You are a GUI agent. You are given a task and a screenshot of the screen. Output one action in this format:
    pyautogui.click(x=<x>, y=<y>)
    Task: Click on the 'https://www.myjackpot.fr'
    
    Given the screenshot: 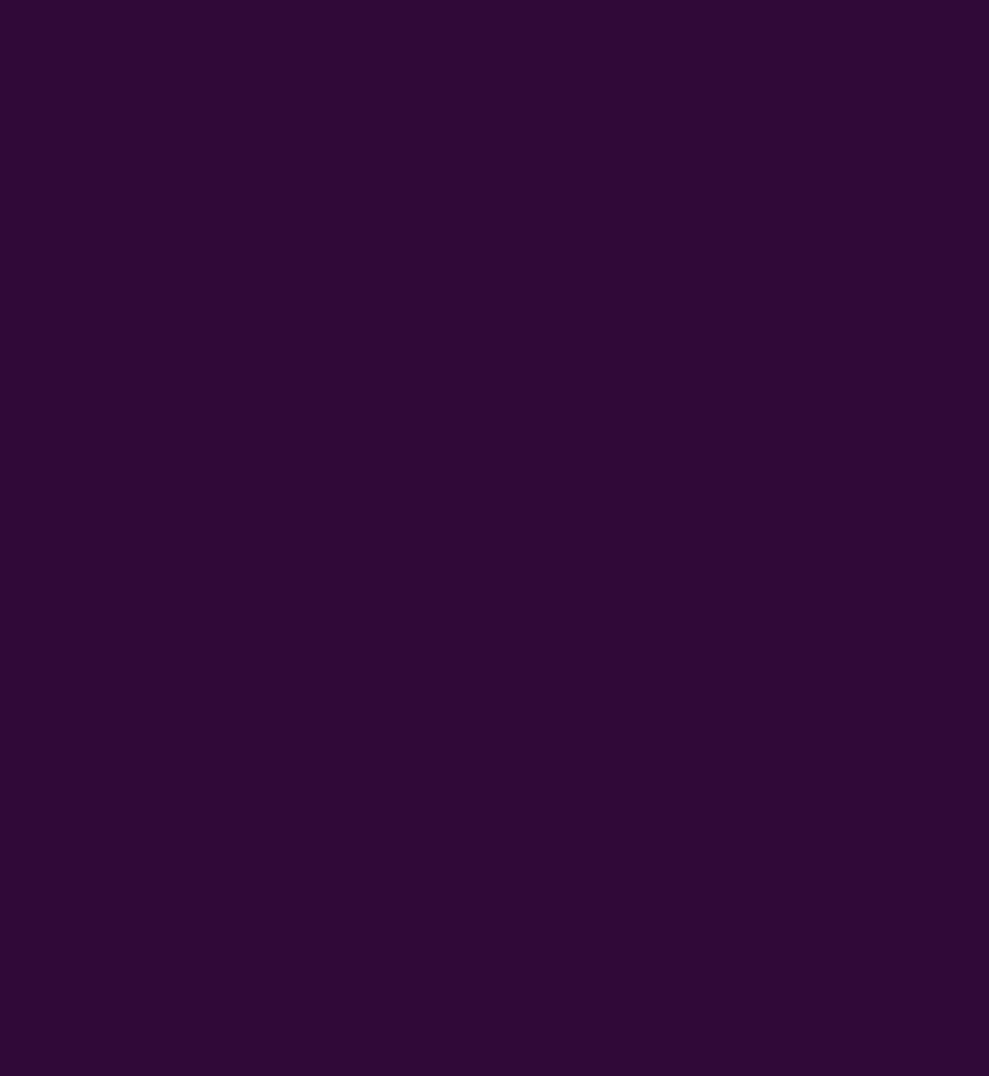 What is the action you would take?
    pyautogui.click(x=458, y=938)
    